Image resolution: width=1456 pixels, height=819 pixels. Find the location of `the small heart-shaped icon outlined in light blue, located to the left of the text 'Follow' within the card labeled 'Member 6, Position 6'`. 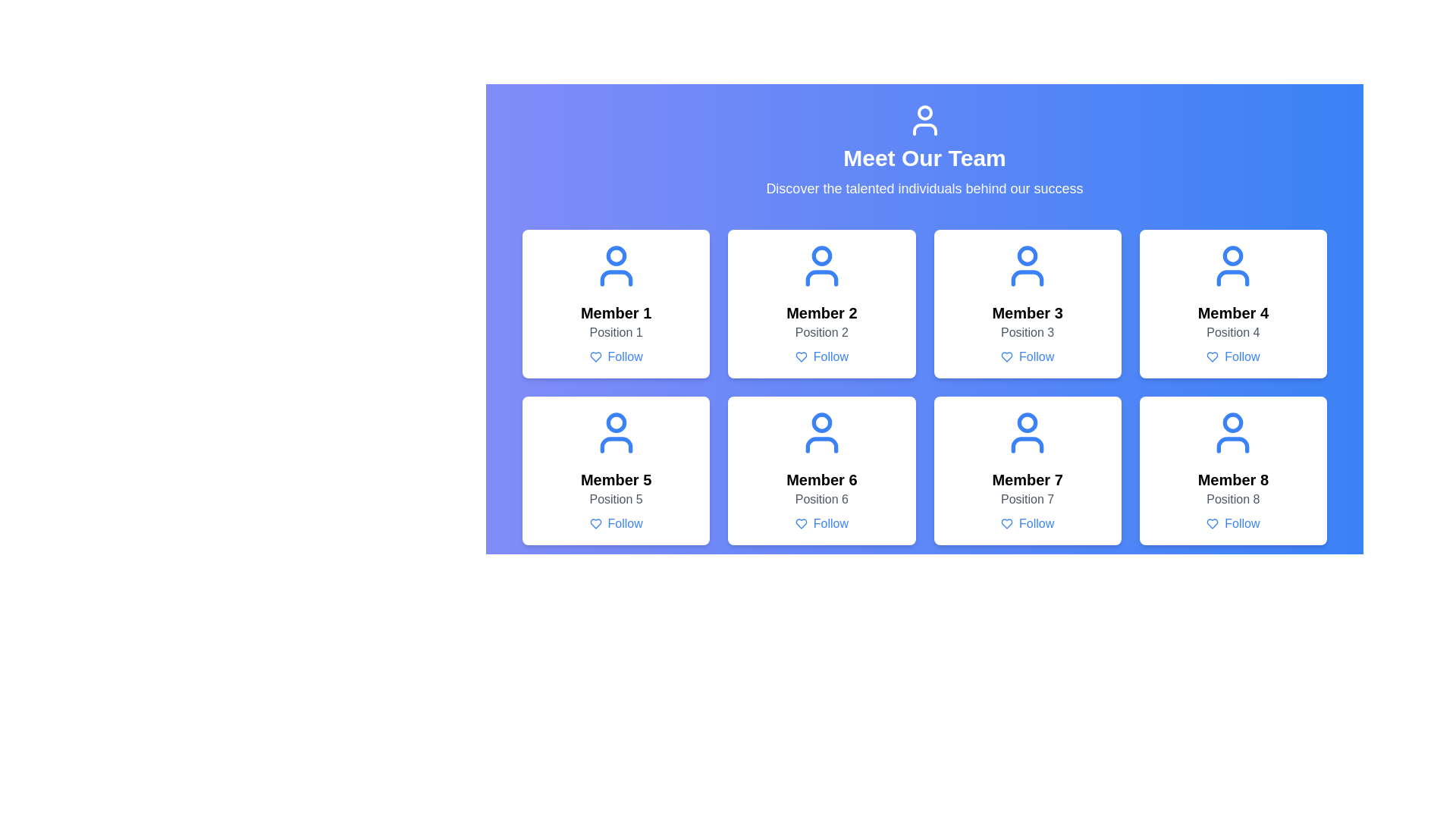

the small heart-shaped icon outlined in light blue, located to the left of the text 'Follow' within the card labeled 'Member 6, Position 6' is located at coordinates (800, 522).